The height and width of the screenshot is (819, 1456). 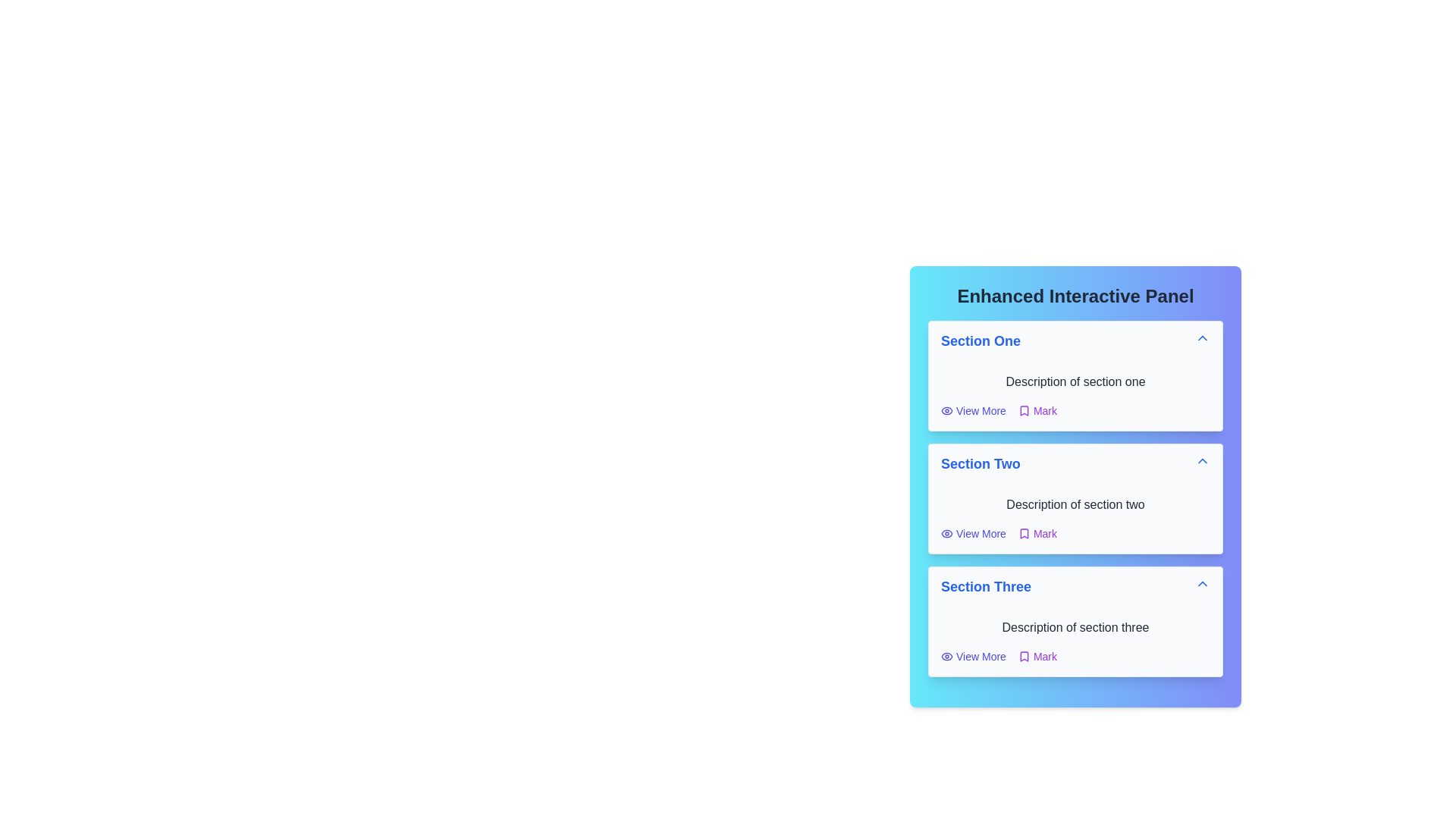 I want to click on the clickable link or button with an attached icon located in the bottom left corner of the 'Section Three' panel, so click(x=973, y=656).